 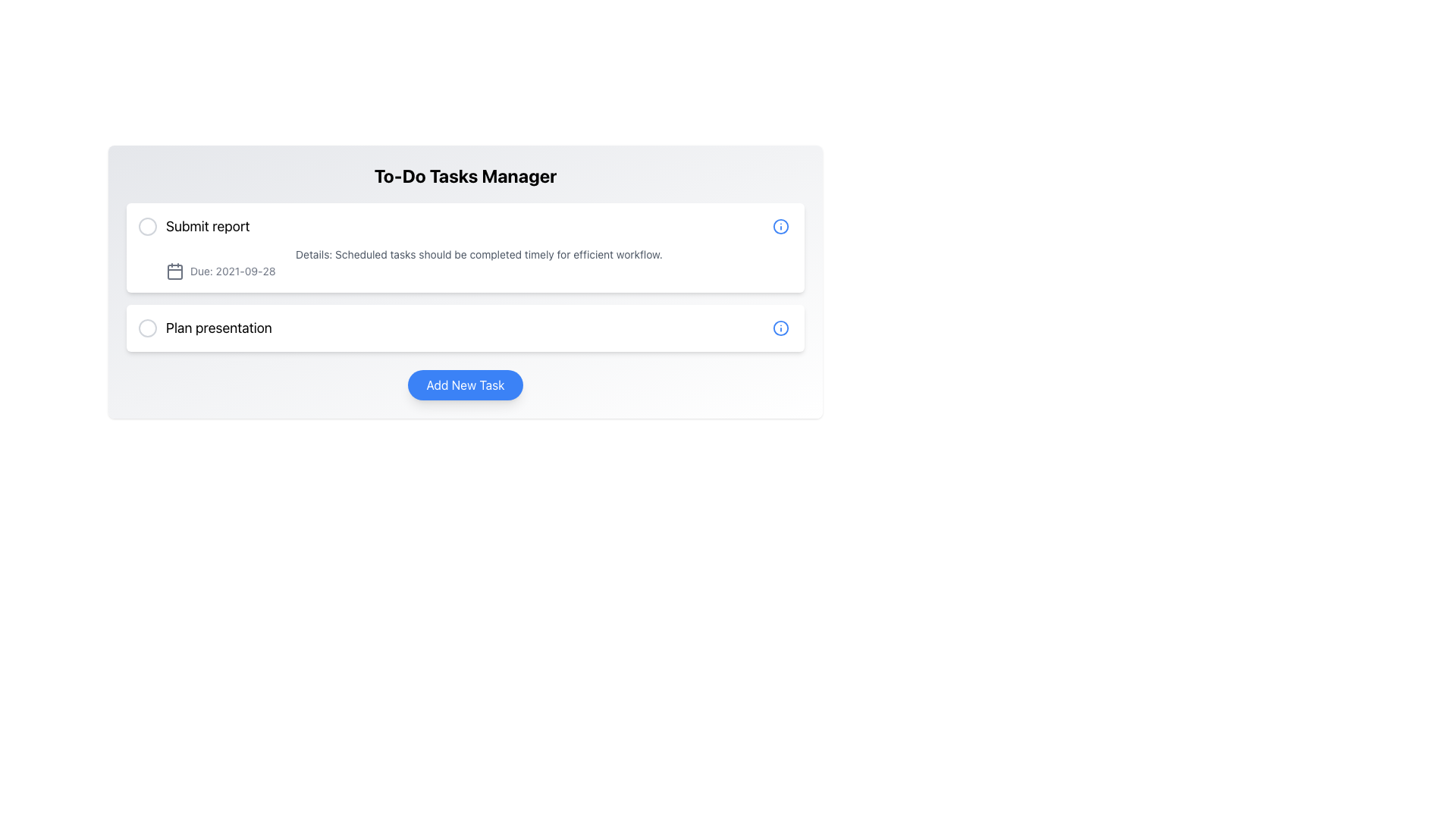 I want to click on the Text label displaying 'Details: Scheduled tasks should be completed timely for efficient workflow.' located directly below the 'Submit report' task title, so click(x=479, y=253).